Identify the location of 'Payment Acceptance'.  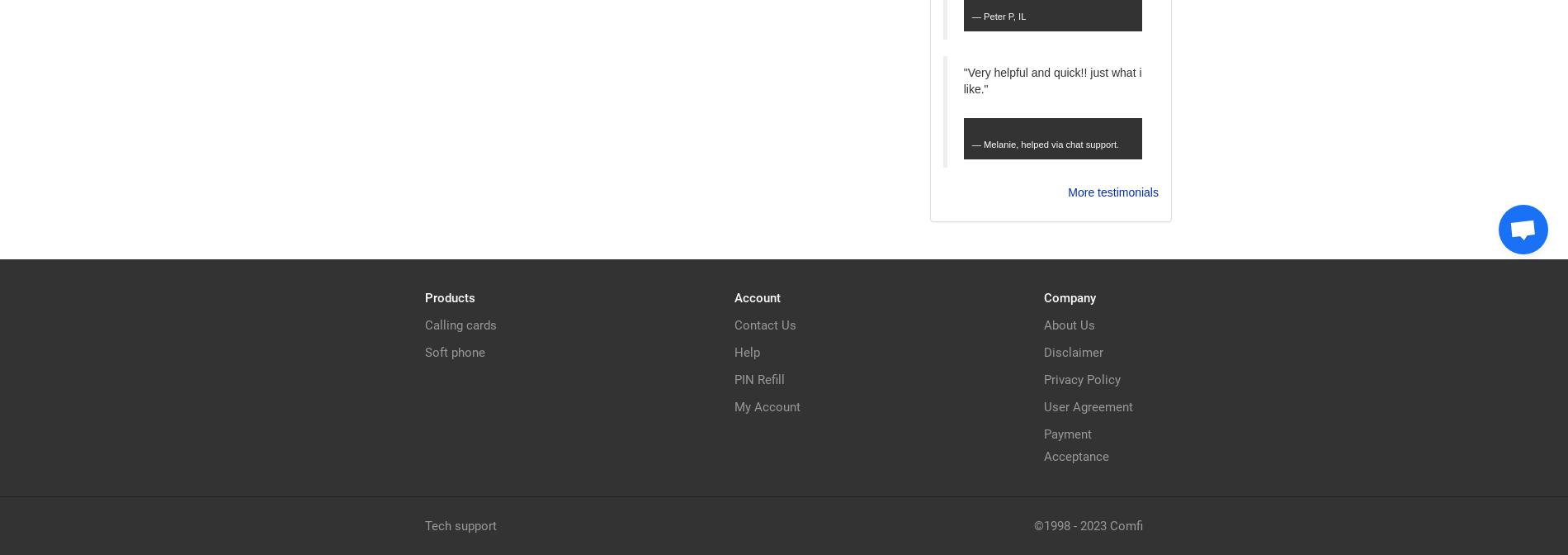
(1075, 445).